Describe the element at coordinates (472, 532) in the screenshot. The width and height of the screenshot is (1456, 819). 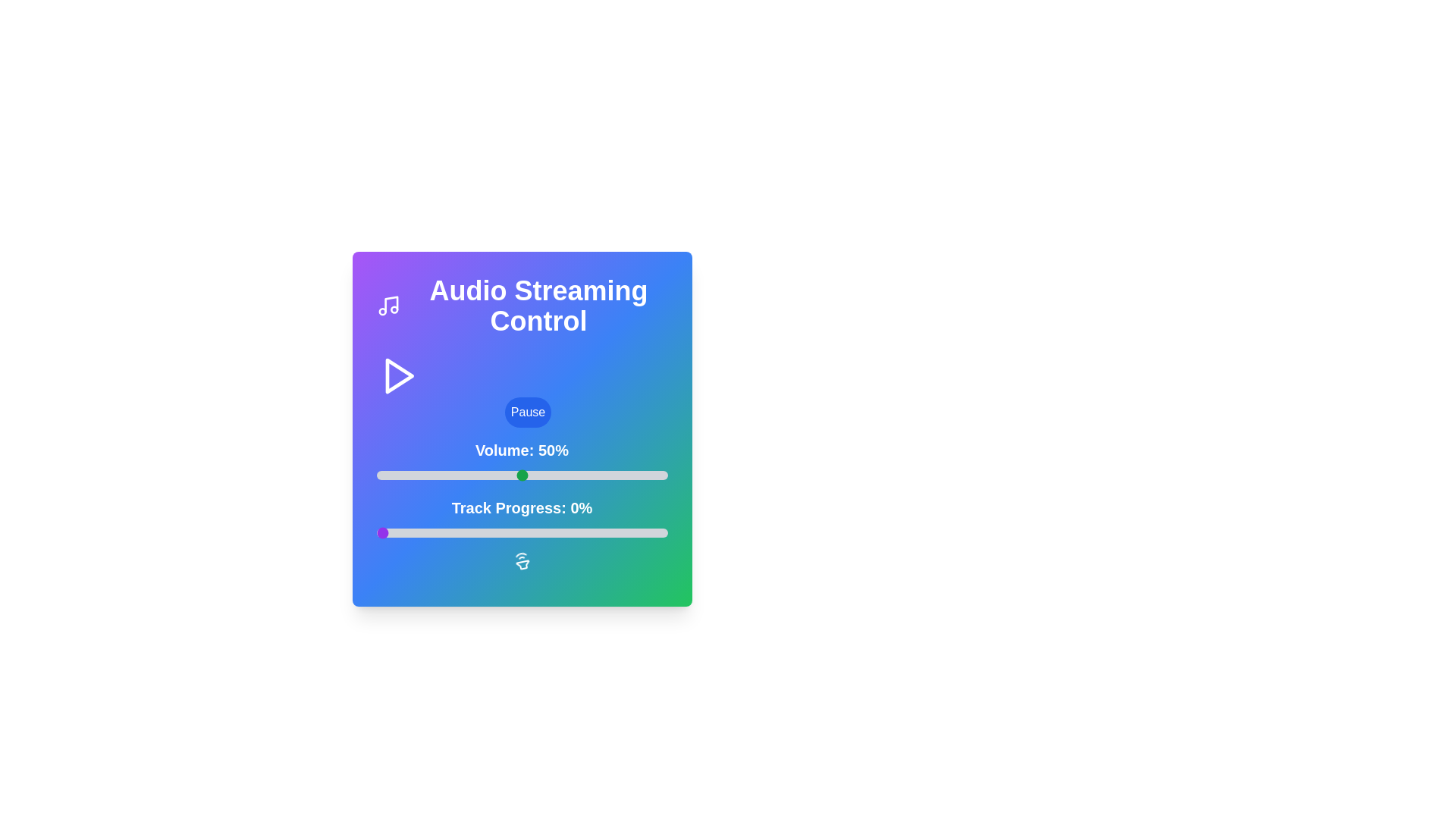
I see `the track progress to 33% by interacting with the slider` at that location.